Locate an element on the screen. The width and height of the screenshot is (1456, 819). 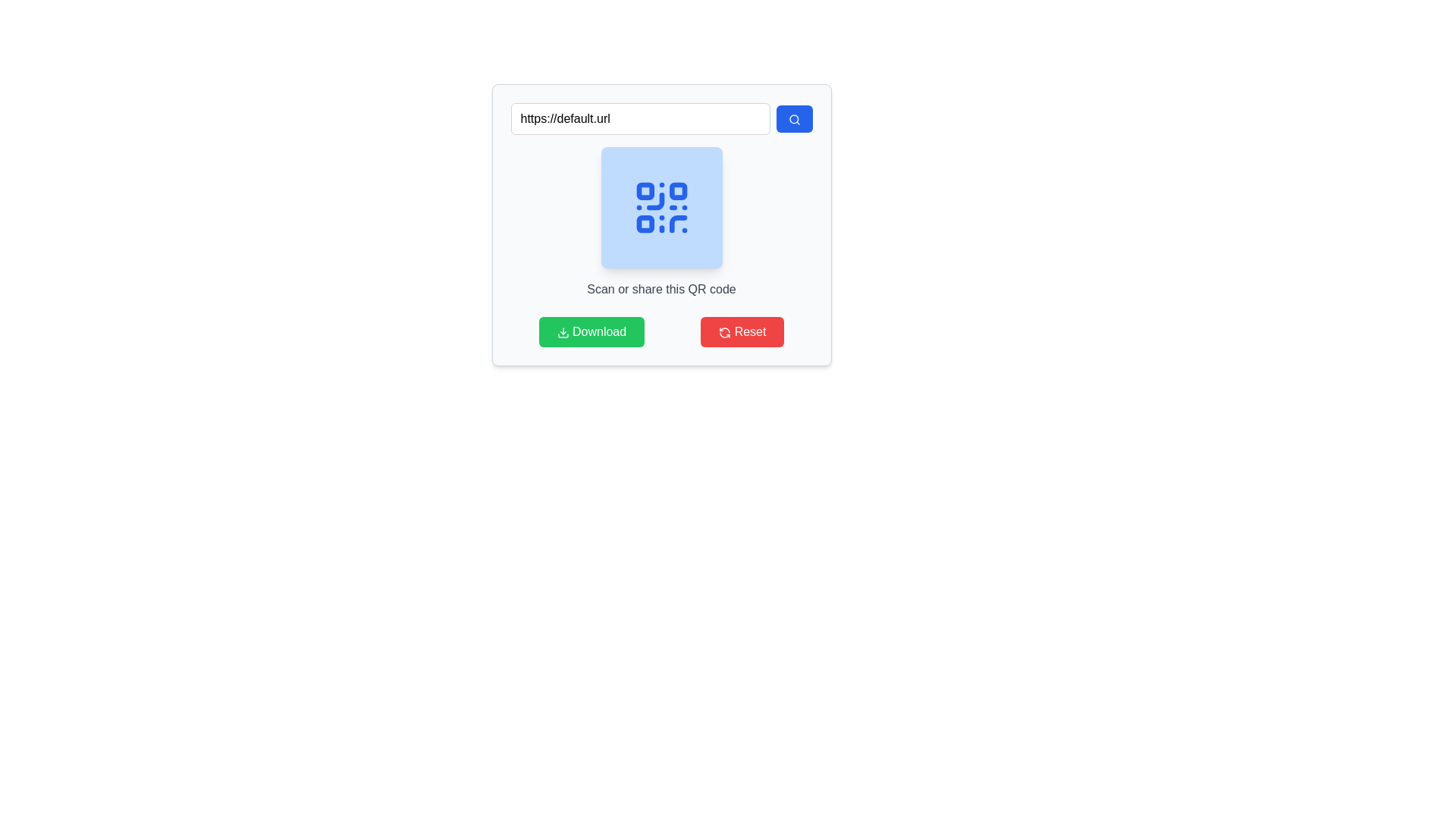
decorative vector graphic component of the QR code icon located in the lower right quadrant of the blue icon using development tools is located at coordinates (677, 224).